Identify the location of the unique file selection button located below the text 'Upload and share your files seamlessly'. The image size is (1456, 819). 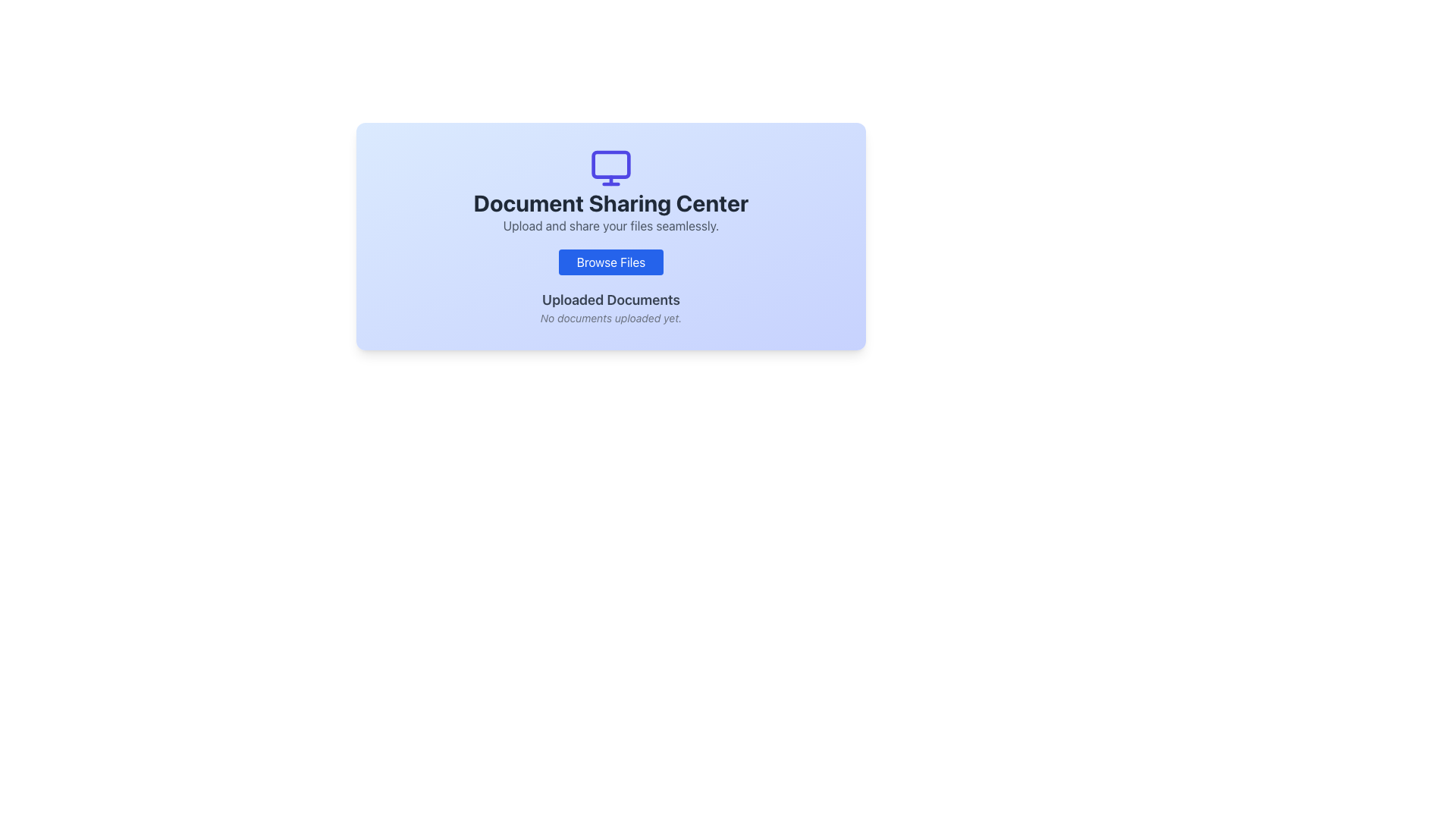
(611, 262).